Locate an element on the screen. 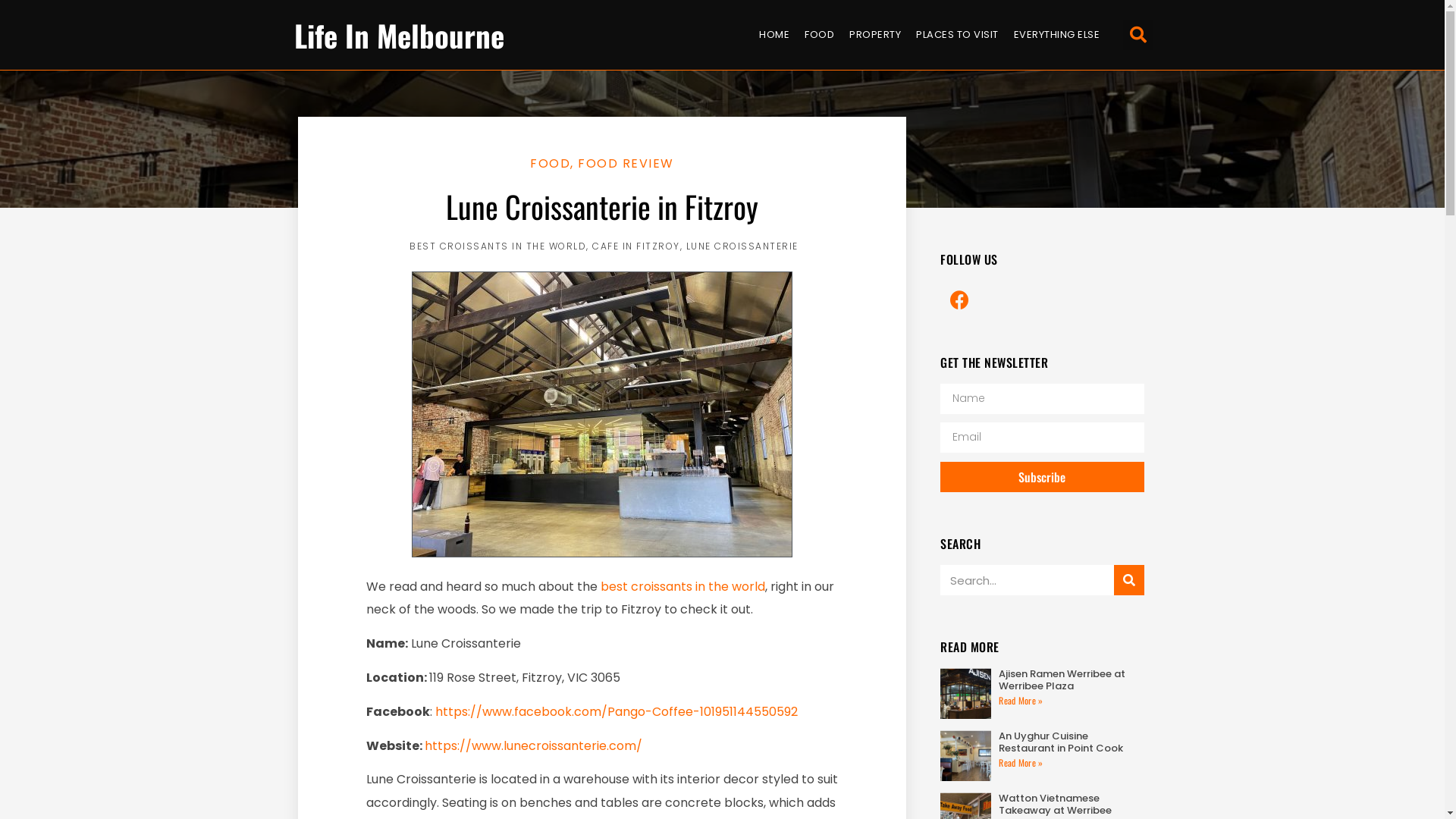 The height and width of the screenshot is (819, 1456). 'https://www.lunecroissanterie.com/' is located at coordinates (533, 745).